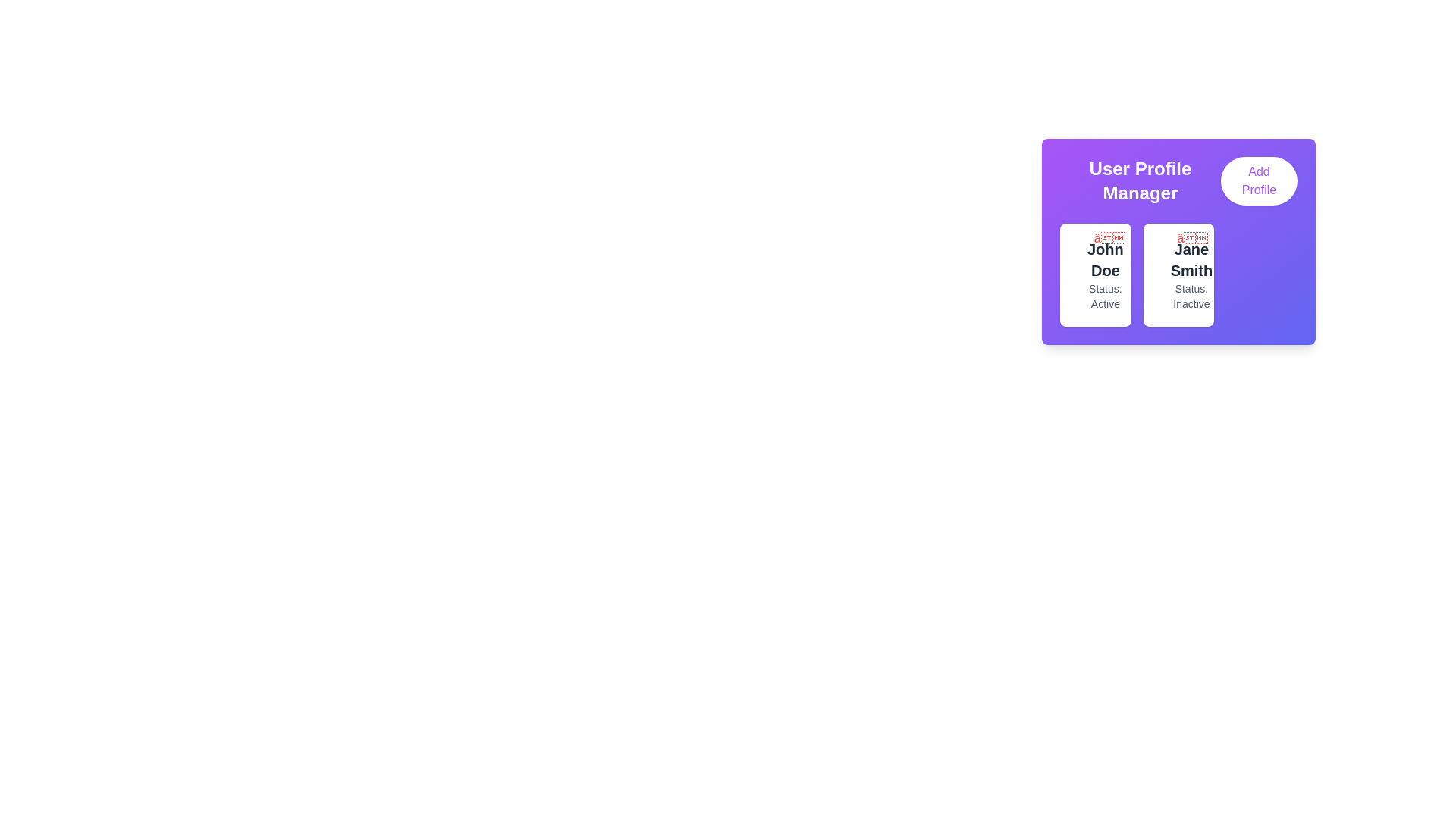 This screenshot has height=819, width=1456. Describe the element at coordinates (1105, 275) in the screenshot. I see `the text label displaying the user's name and current status as 'Active' in the User Profile Manager, located above the red 'X' icon` at that location.